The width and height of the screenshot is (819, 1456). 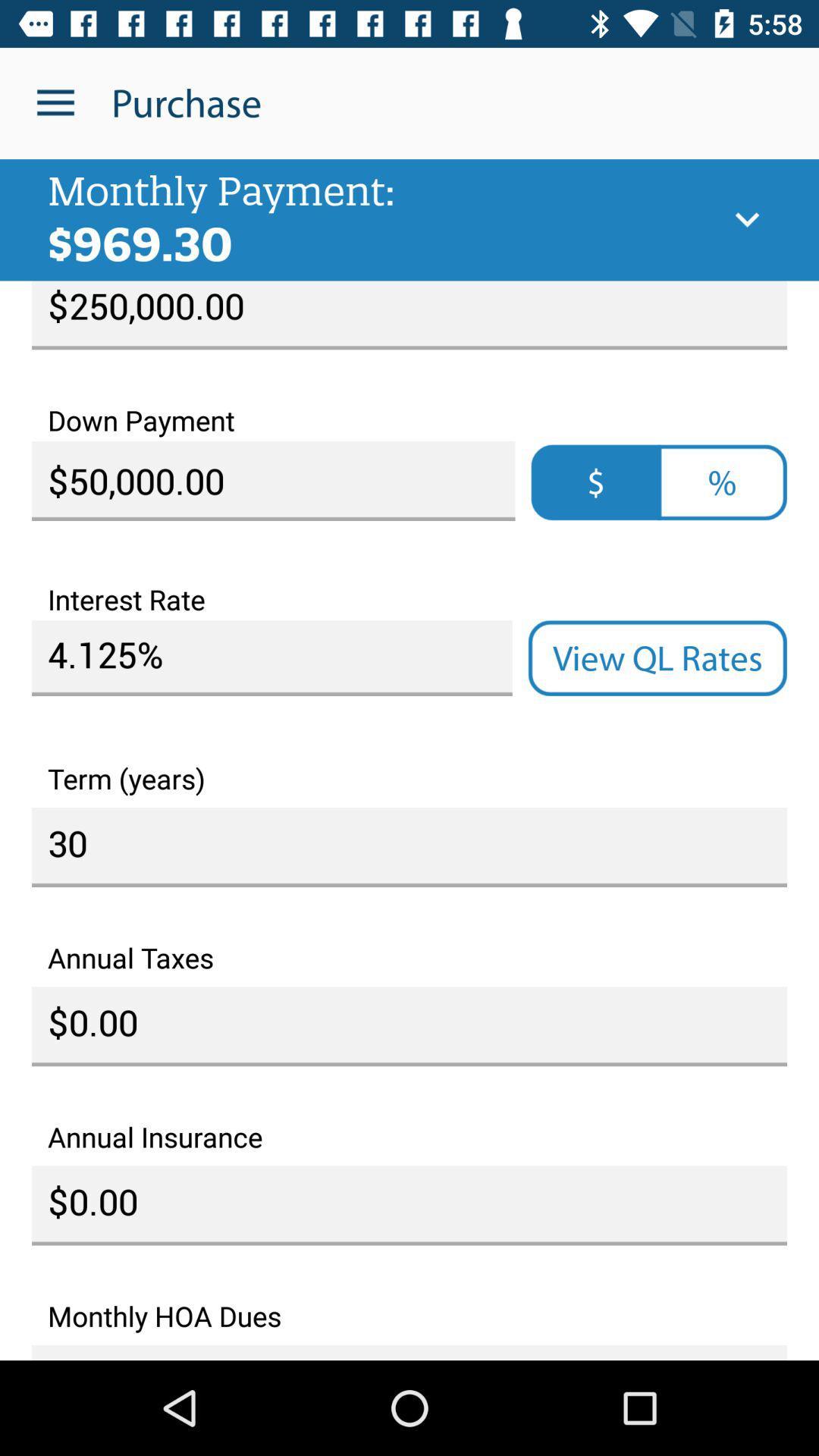 What do you see at coordinates (657, 658) in the screenshot?
I see `item on the right` at bounding box center [657, 658].